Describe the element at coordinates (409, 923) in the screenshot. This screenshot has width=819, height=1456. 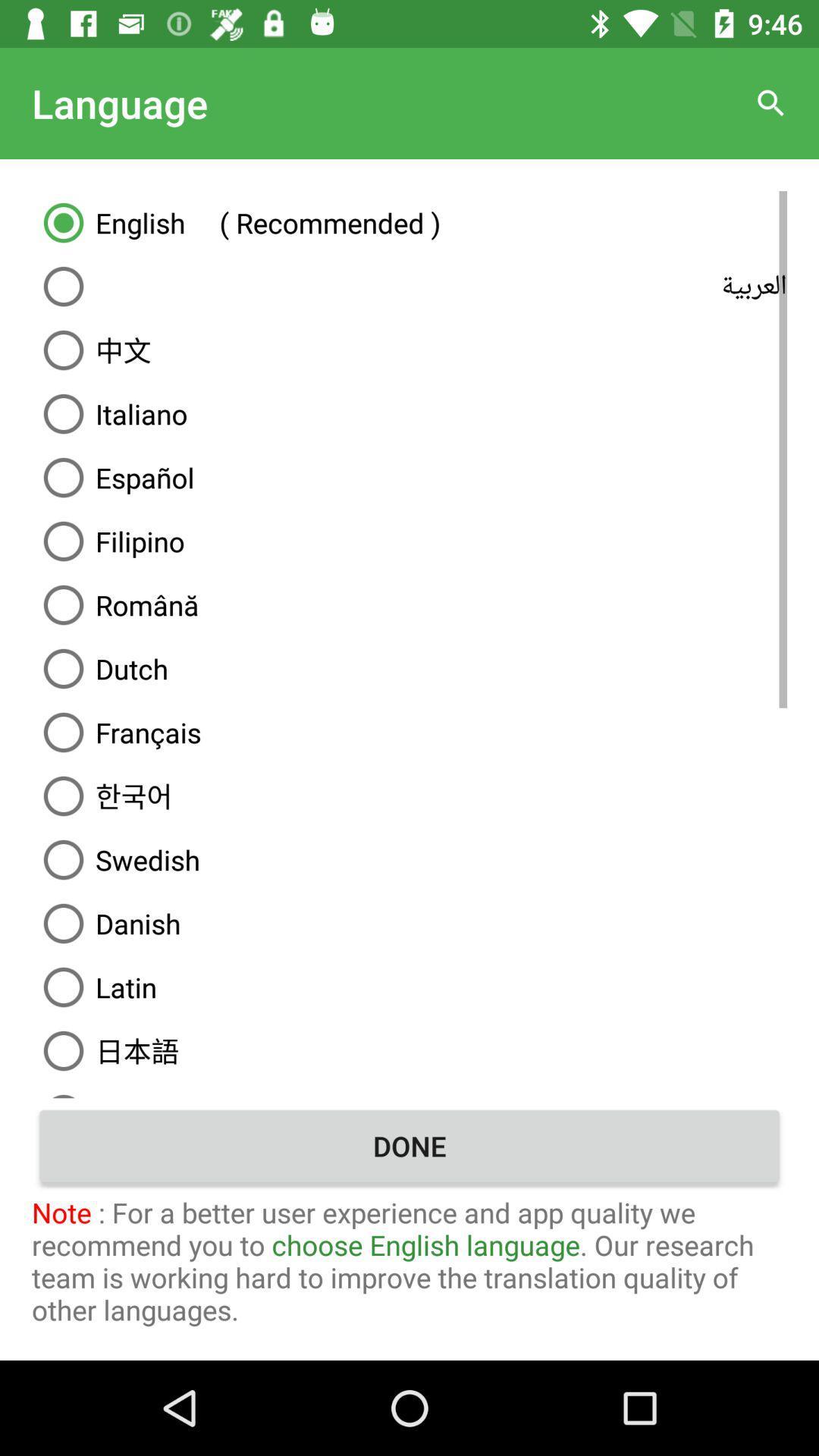
I see `the item above the latin` at that location.